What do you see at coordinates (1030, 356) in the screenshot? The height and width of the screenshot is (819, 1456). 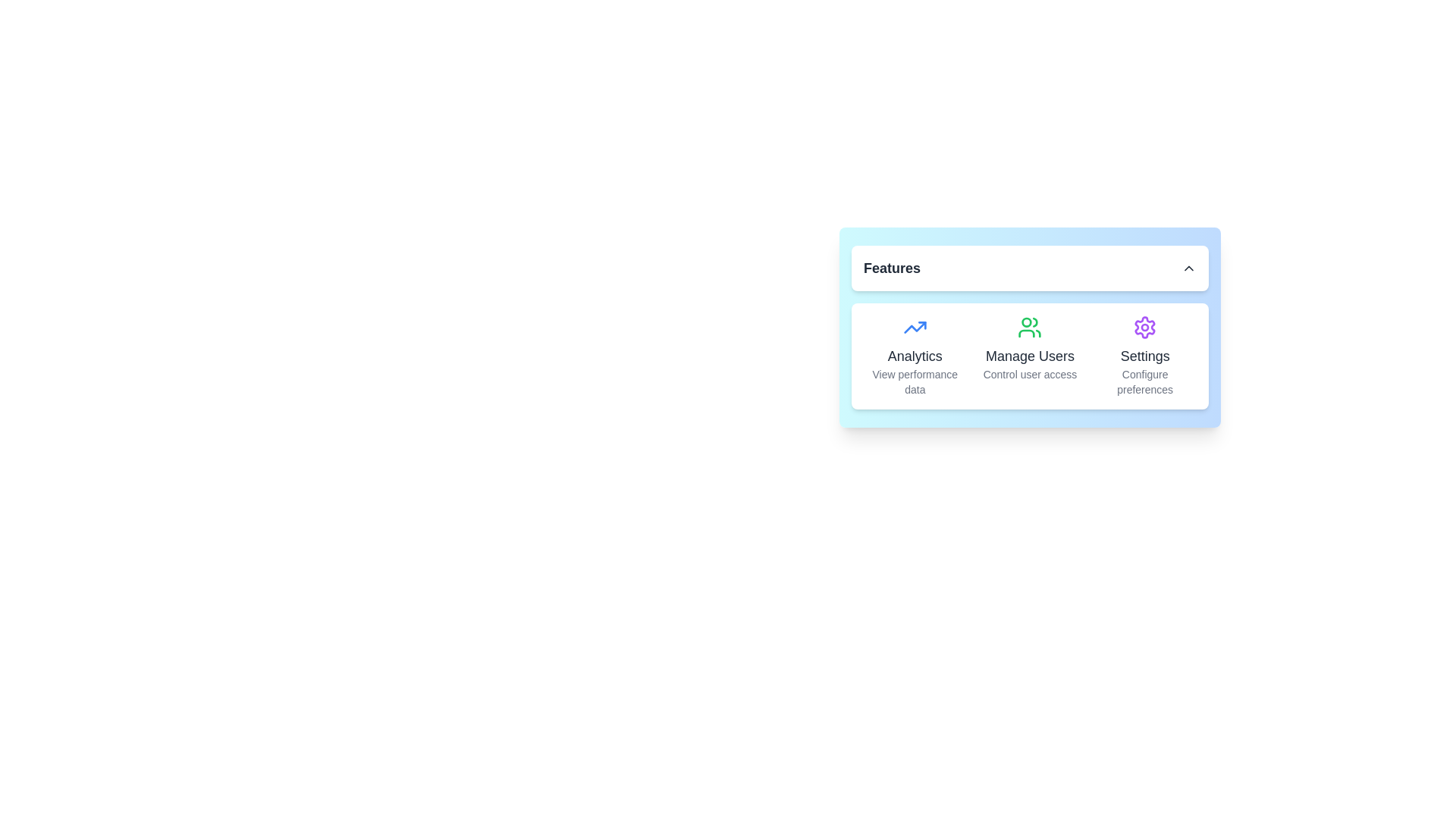 I see `the 'Manage Users' Navigation button located in the middle column of the features card` at bounding box center [1030, 356].